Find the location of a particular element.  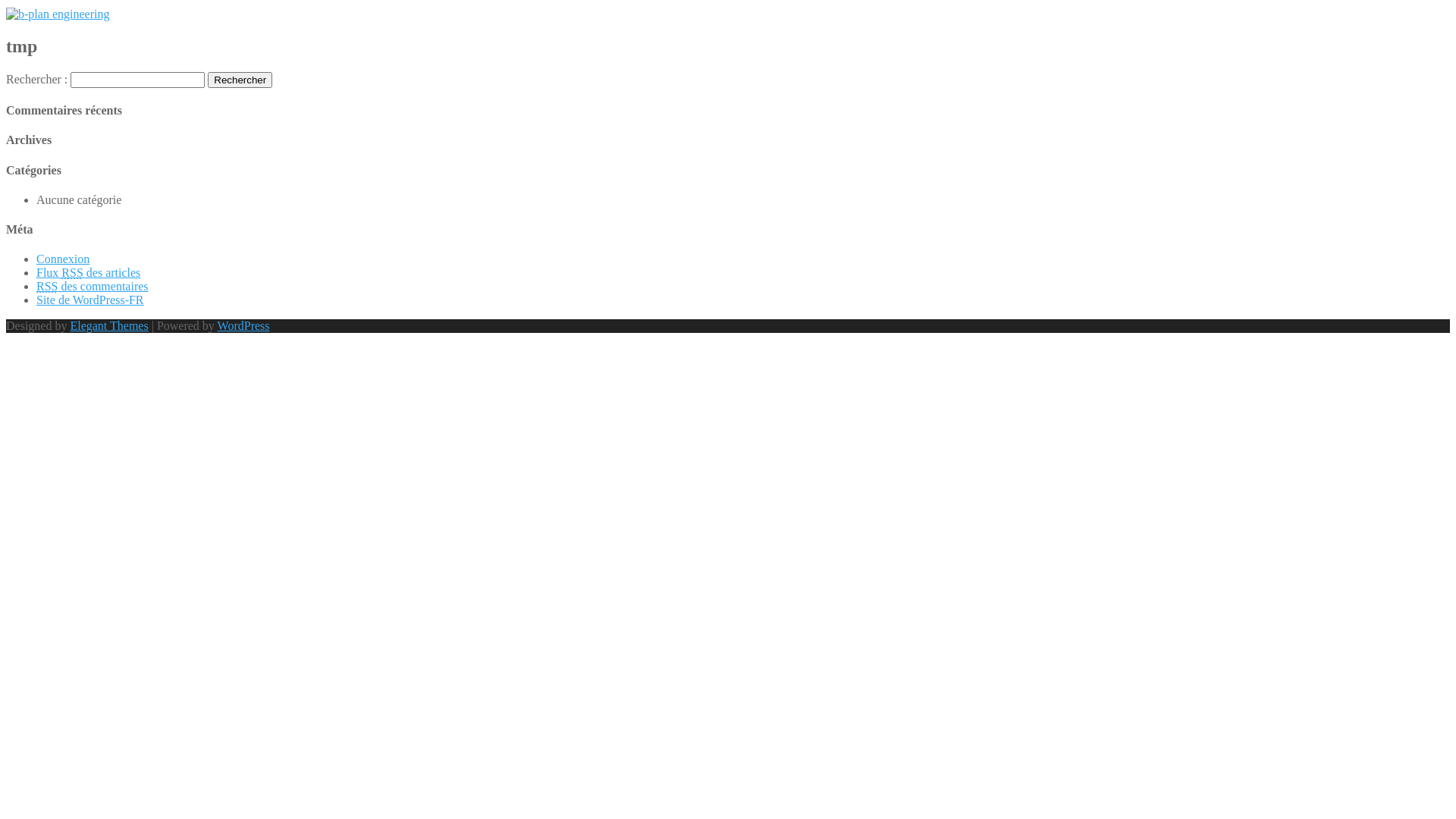

'Connexion' is located at coordinates (61, 258).